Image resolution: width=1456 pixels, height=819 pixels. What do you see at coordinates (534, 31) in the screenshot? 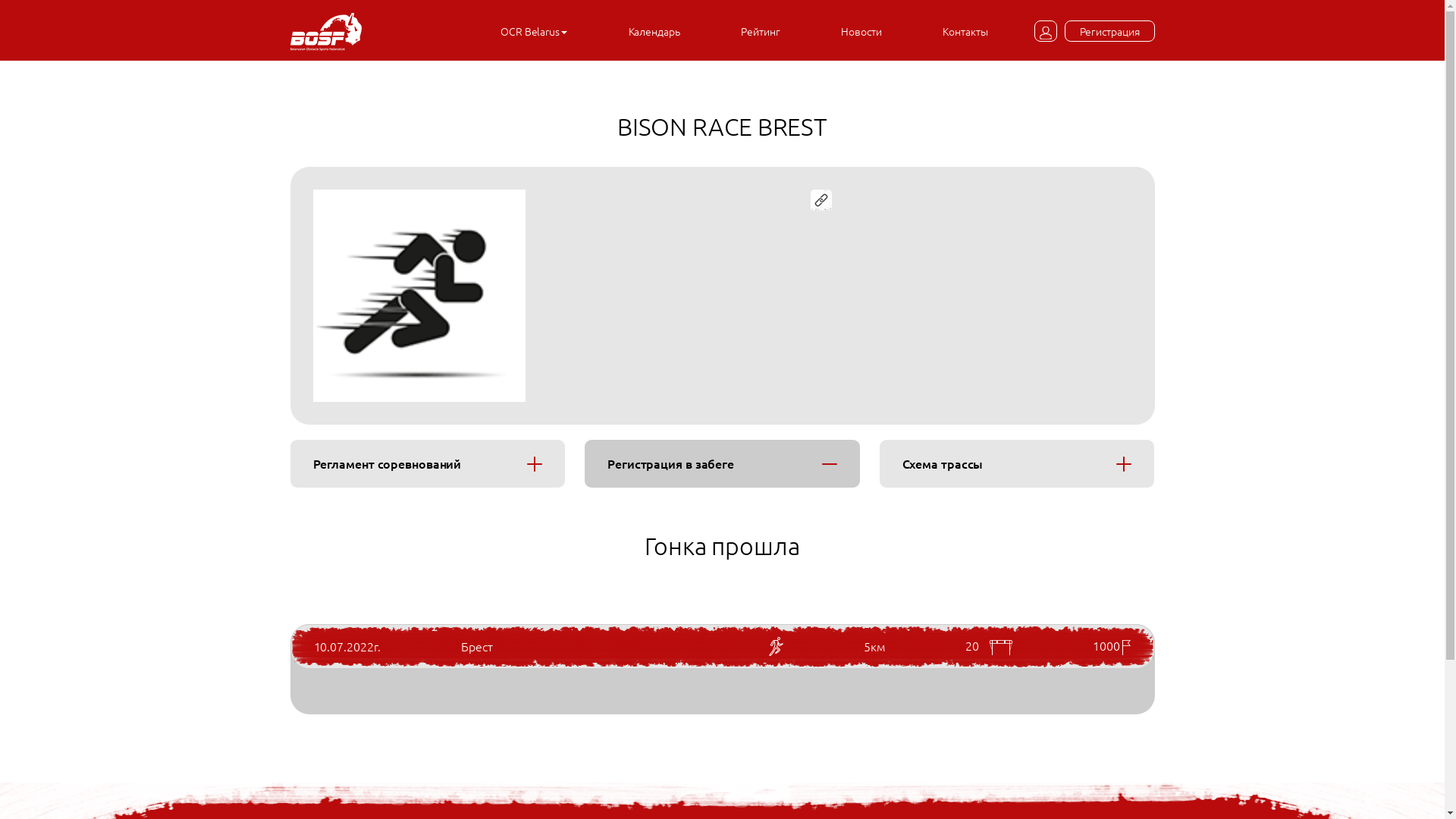
I see `'OCR Belarus'` at bounding box center [534, 31].